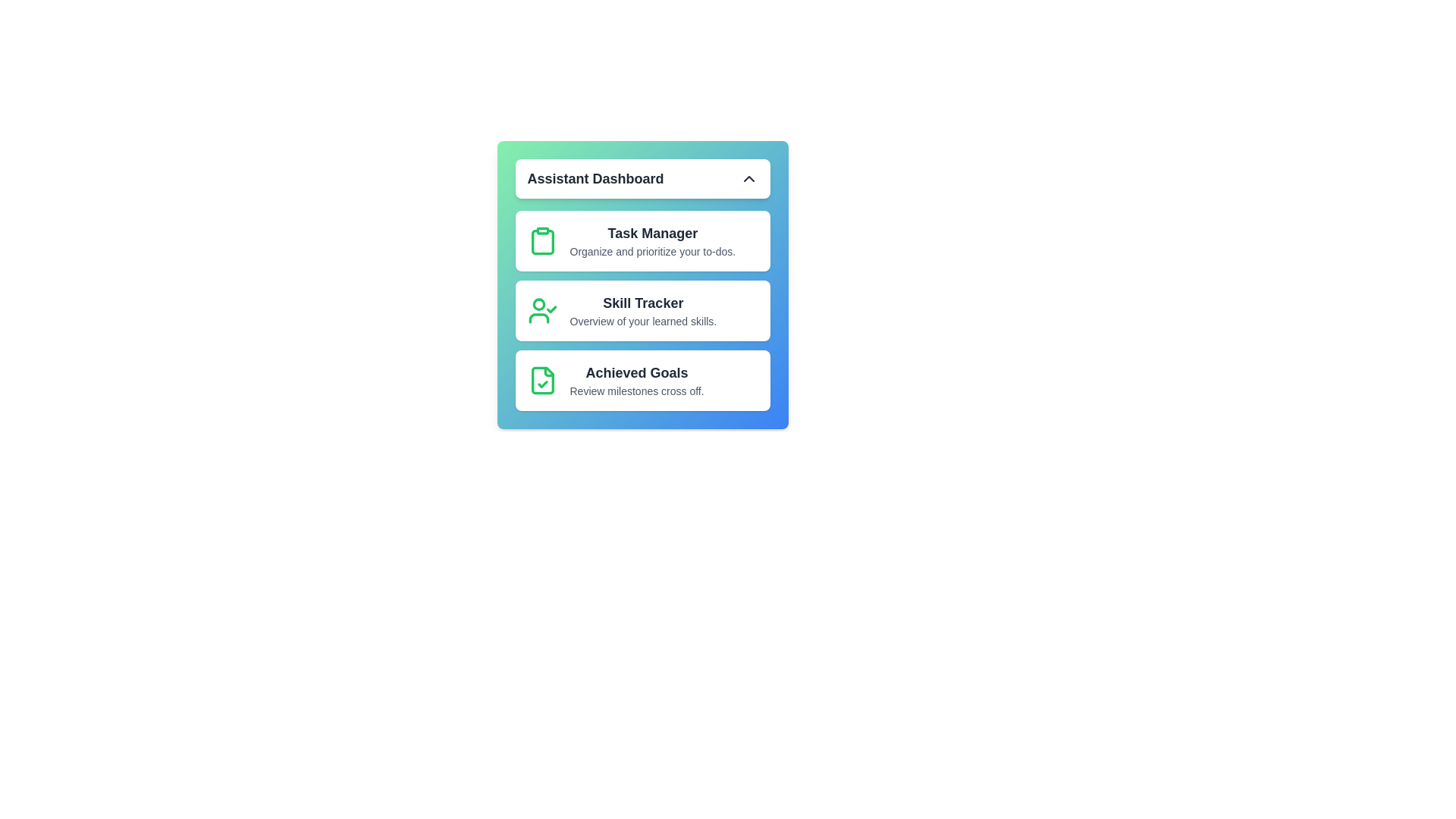  Describe the element at coordinates (642, 309) in the screenshot. I see `the option 'Skill Tracker' from the list` at that location.